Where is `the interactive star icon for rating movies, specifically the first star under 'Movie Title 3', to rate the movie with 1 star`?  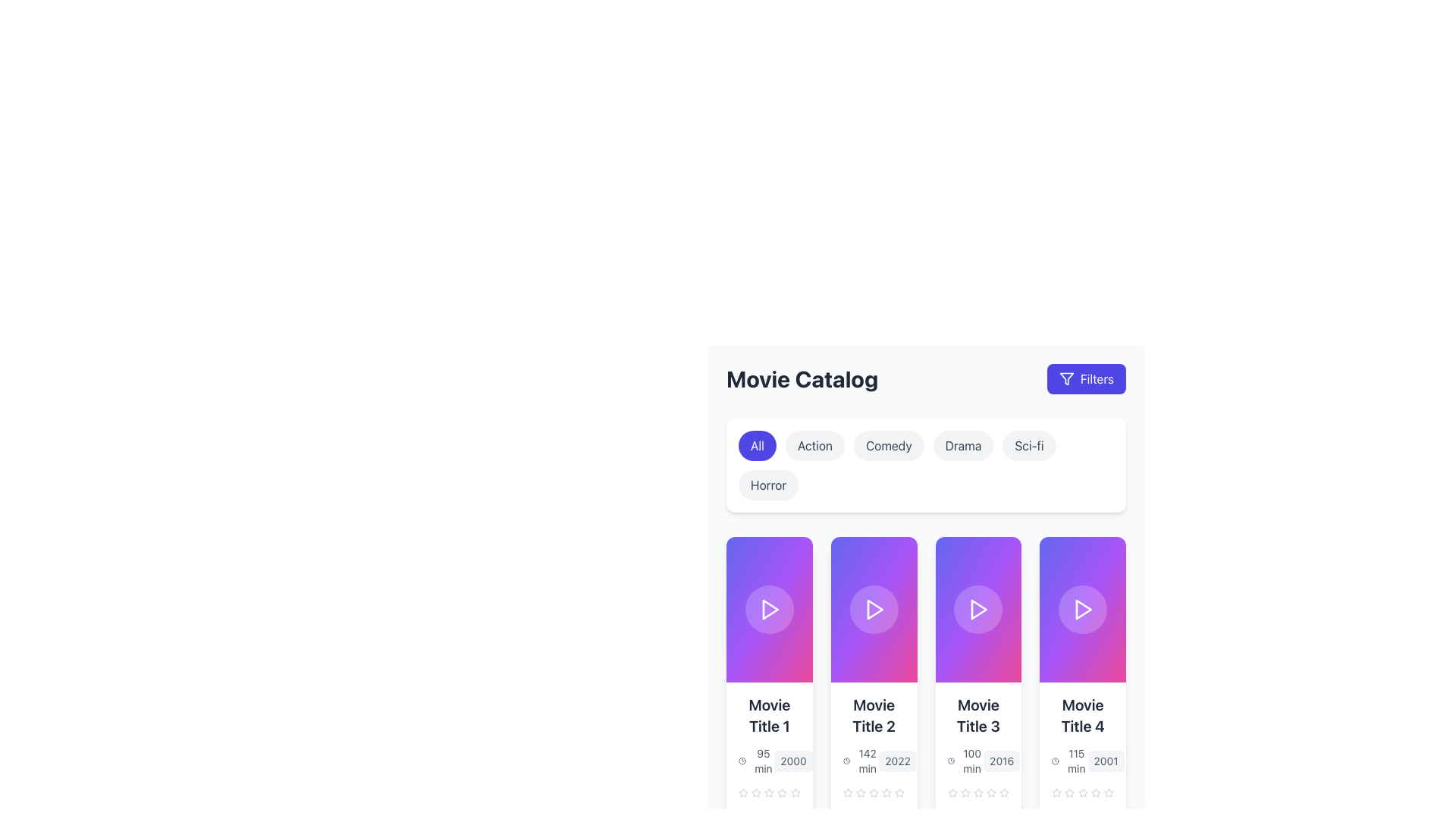
the interactive star icon for rating movies, specifically the first star under 'Movie Title 3', to rate the movie with 1 star is located at coordinates (952, 792).